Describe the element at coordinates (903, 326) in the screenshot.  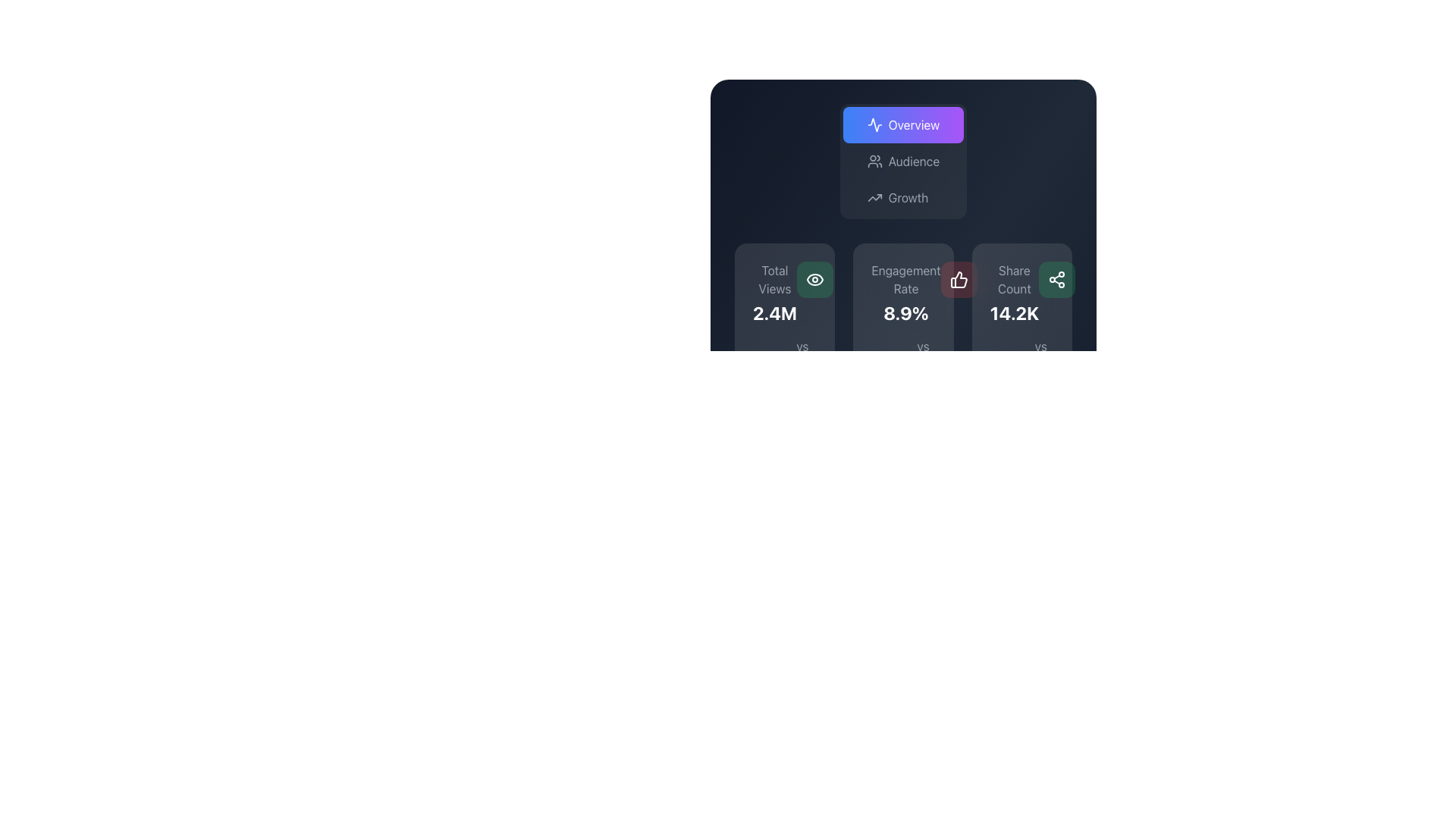
I see `engagement rate percentage displayed in bold white text on the card labeled 'Engagement Rate', which is the second card among three similar cards` at that location.